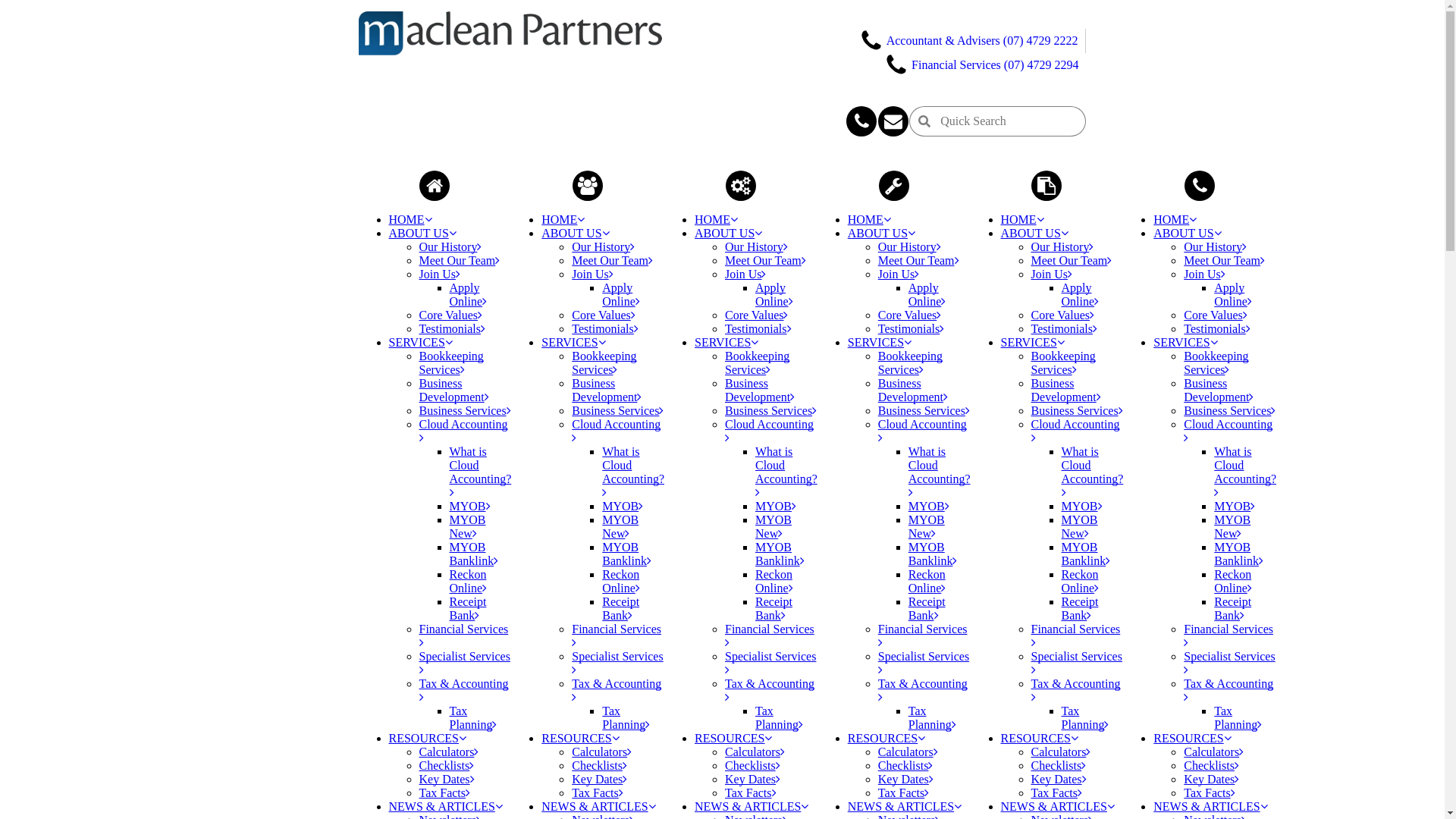 The height and width of the screenshot is (819, 1456). I want to click on 'HOME', so click(715, 219).